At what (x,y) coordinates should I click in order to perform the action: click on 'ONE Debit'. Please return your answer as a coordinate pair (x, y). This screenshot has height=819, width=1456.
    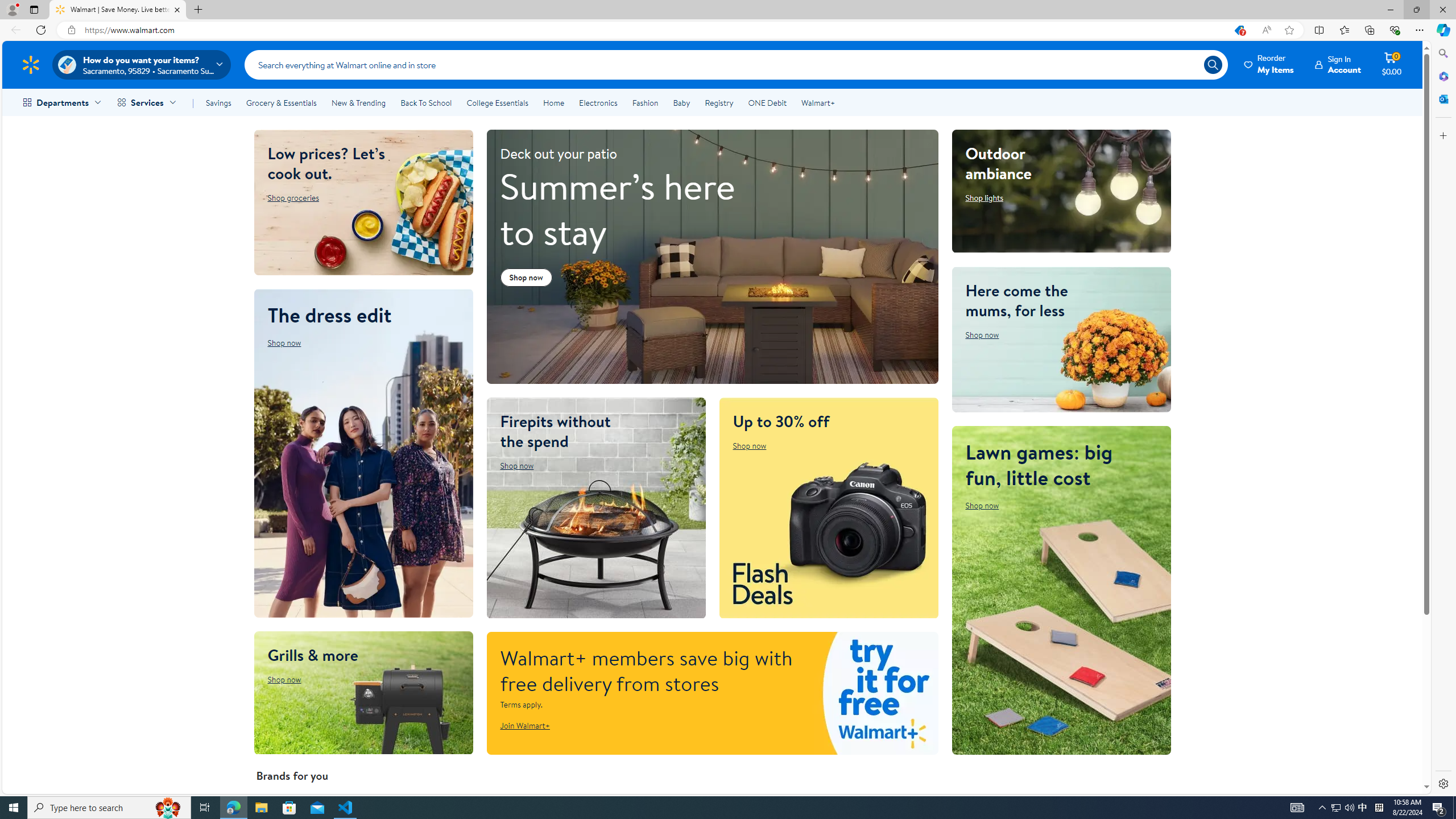
    Looking at the image, I should click on (767, 102).